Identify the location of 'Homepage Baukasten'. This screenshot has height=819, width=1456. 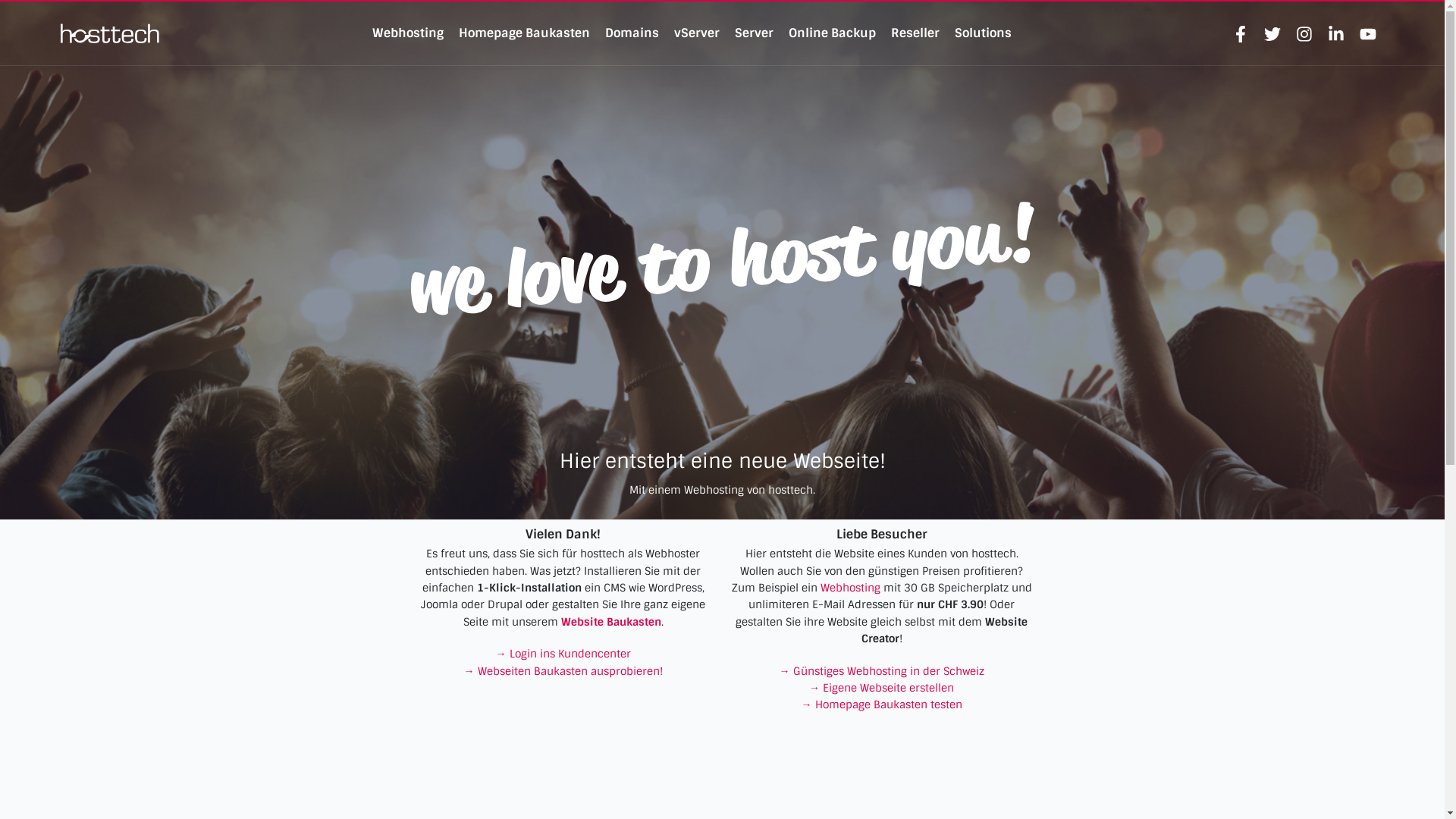
(457, 33).